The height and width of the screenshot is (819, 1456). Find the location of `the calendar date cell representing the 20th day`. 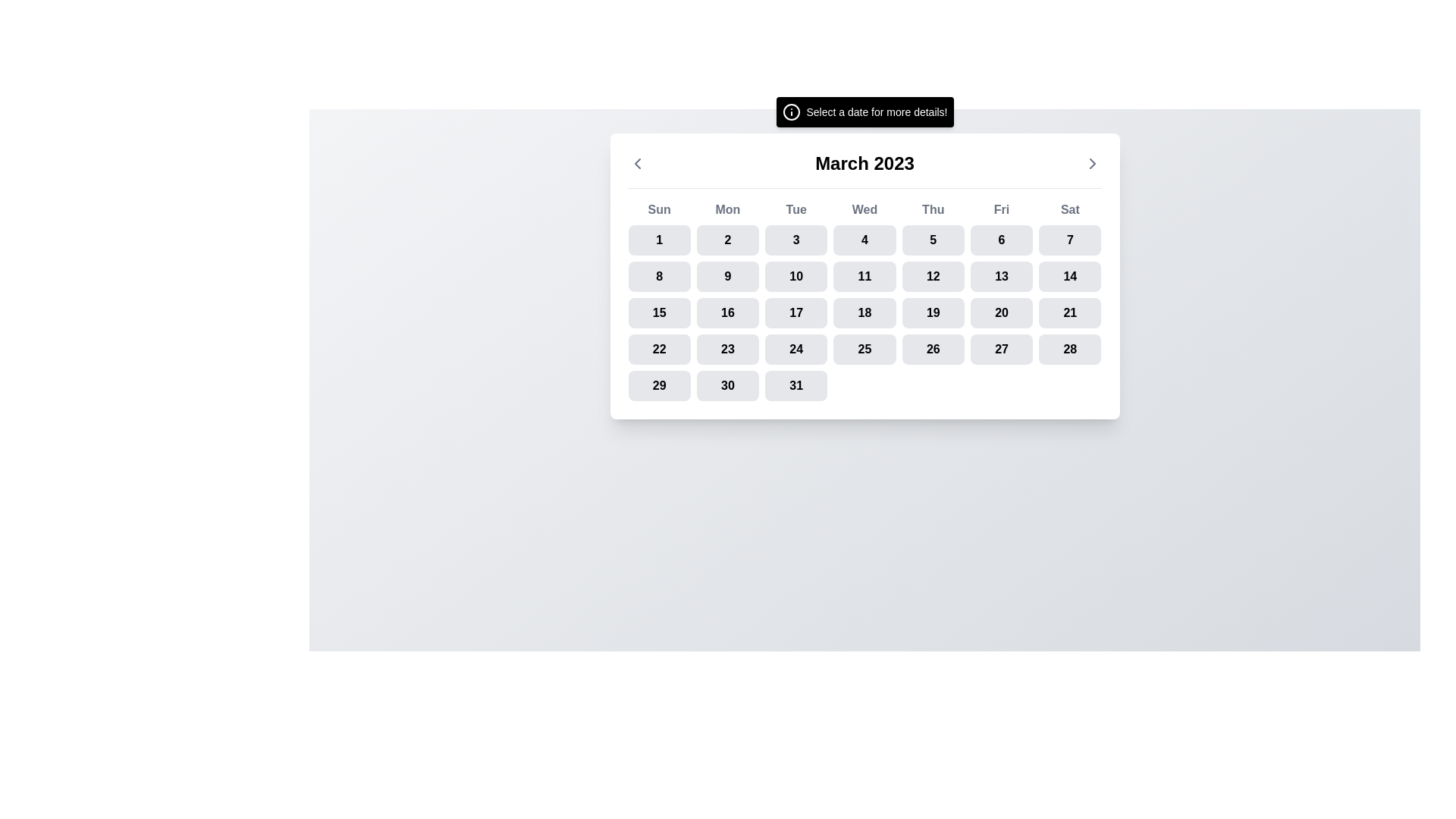

the calendar date cell representing the 20th day is located at coordinates (1002, 312).